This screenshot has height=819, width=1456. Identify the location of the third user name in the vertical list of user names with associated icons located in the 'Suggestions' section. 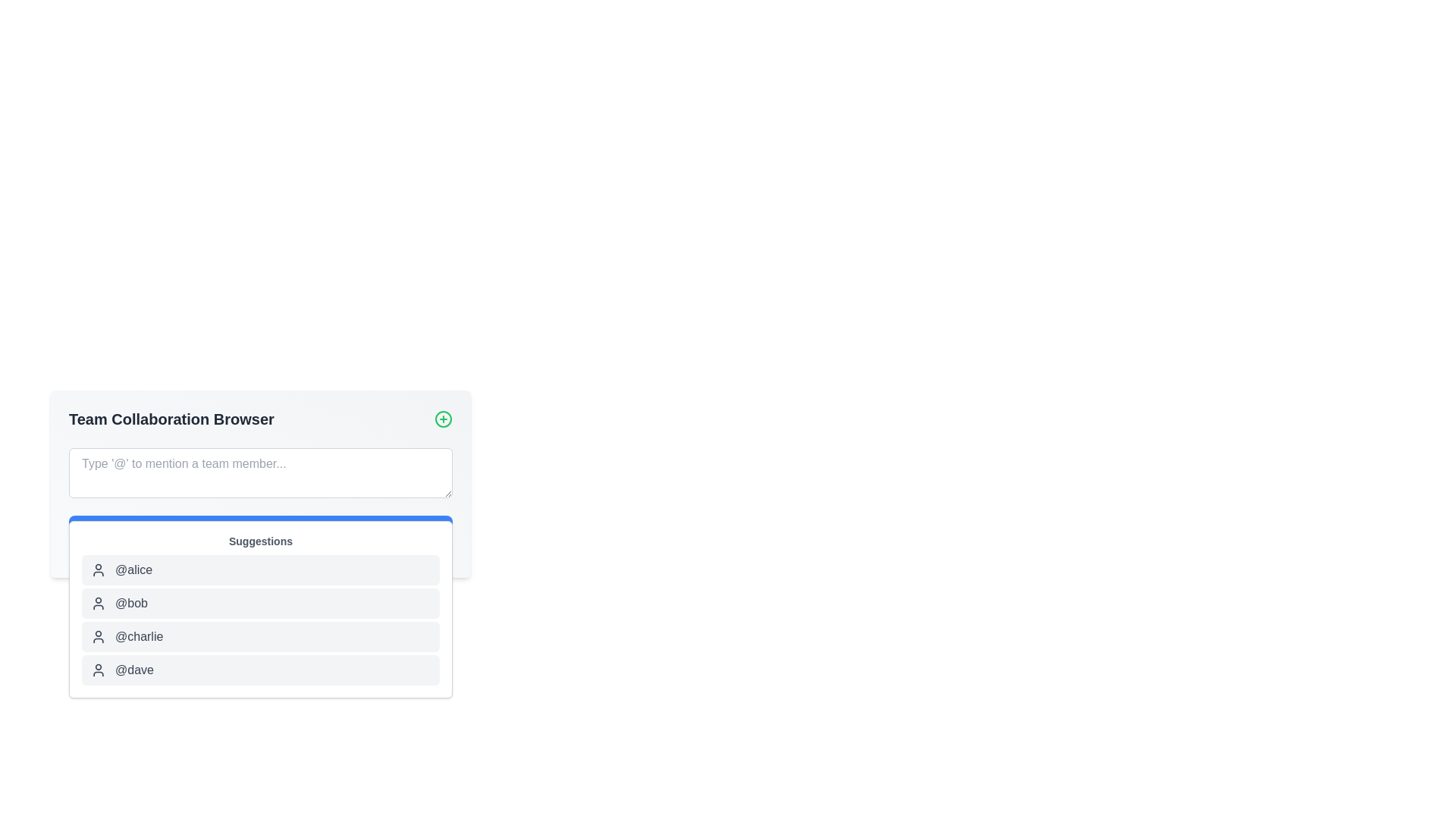
(261, 620).